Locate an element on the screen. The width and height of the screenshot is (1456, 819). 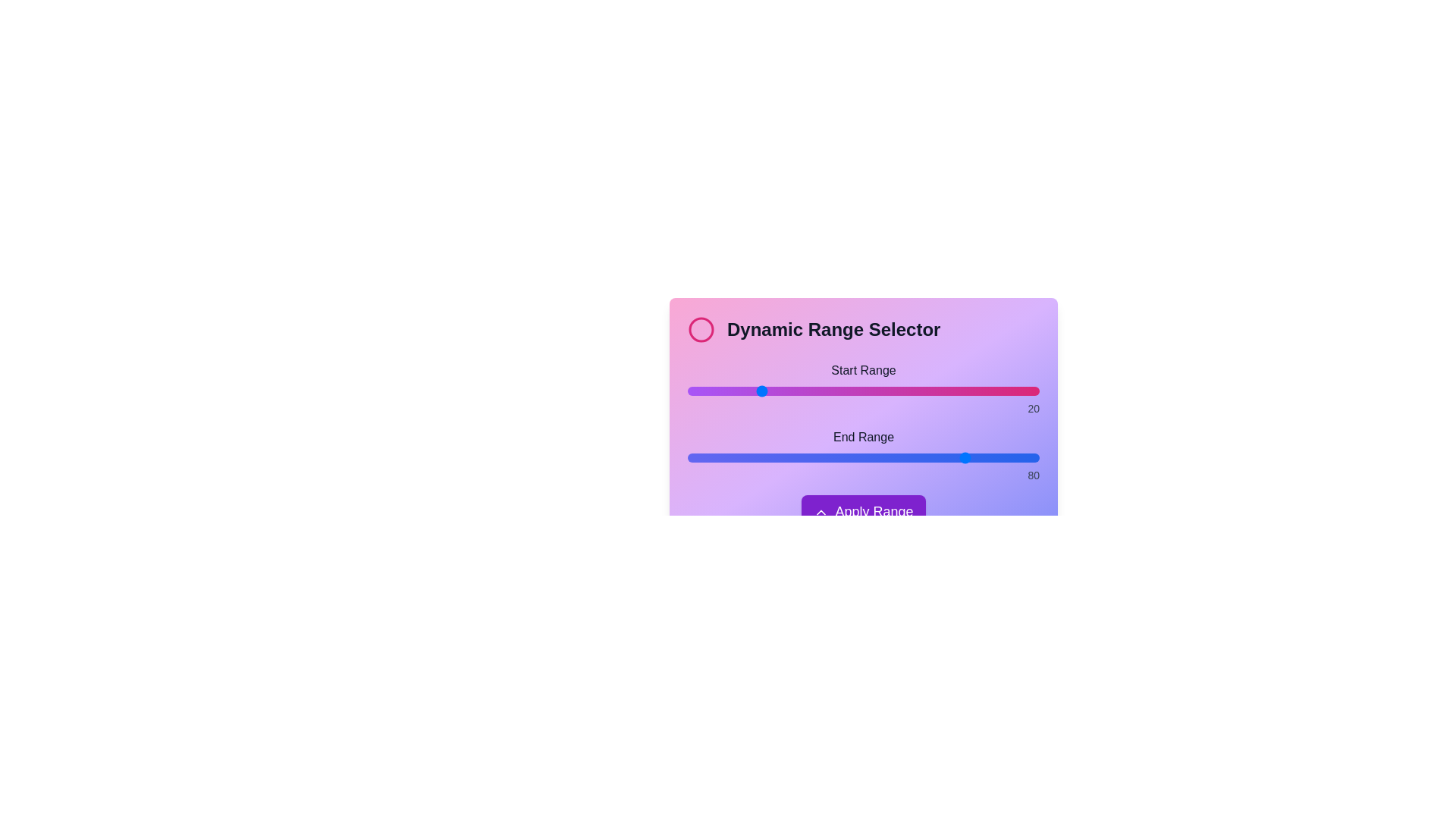
the start range slider to 6 by dragging the slider to the desired position is located at coordinates (708, 391).